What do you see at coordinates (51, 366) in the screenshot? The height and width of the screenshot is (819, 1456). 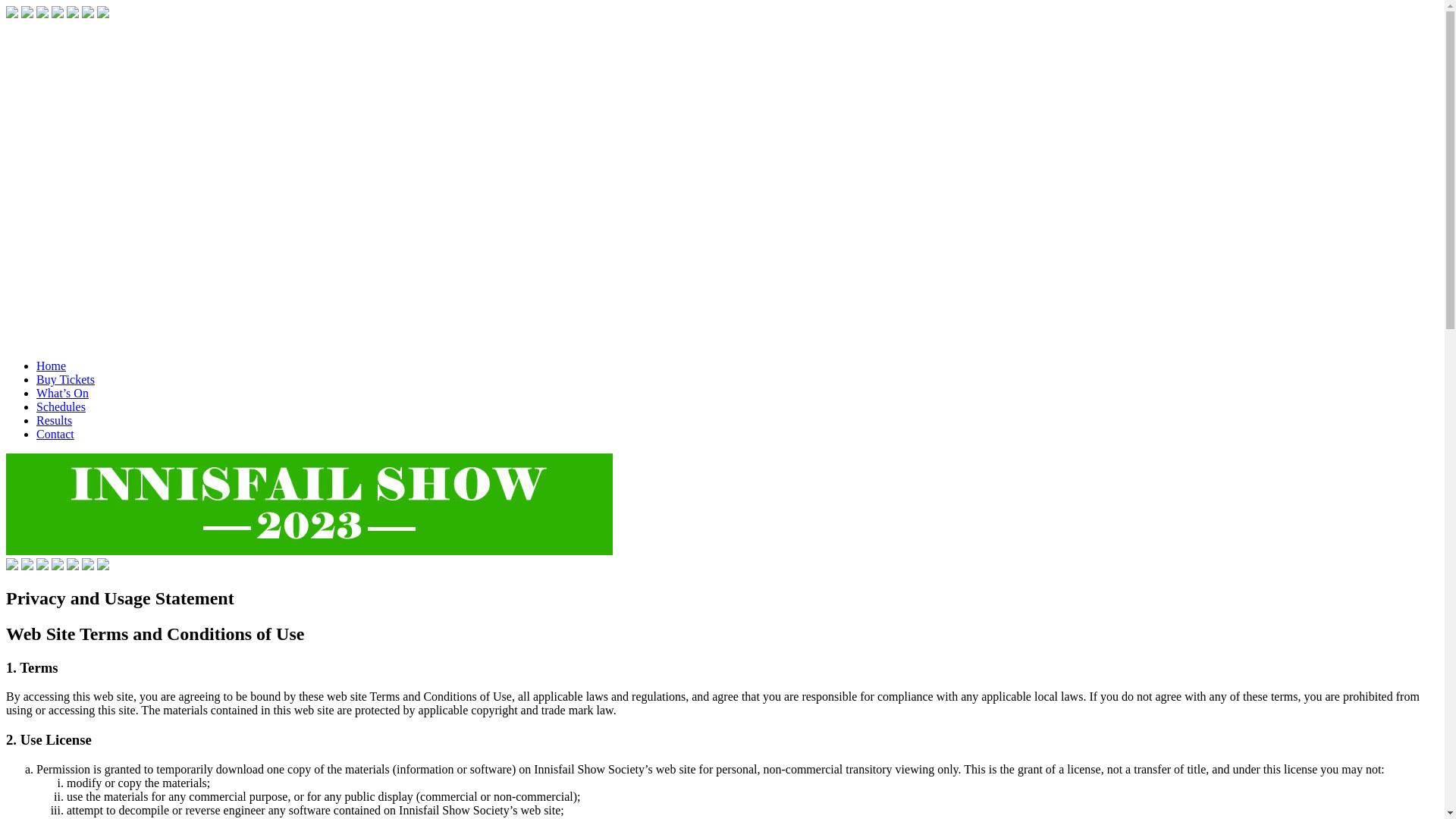 I see `'Home'` at bounding box center [51, 366].